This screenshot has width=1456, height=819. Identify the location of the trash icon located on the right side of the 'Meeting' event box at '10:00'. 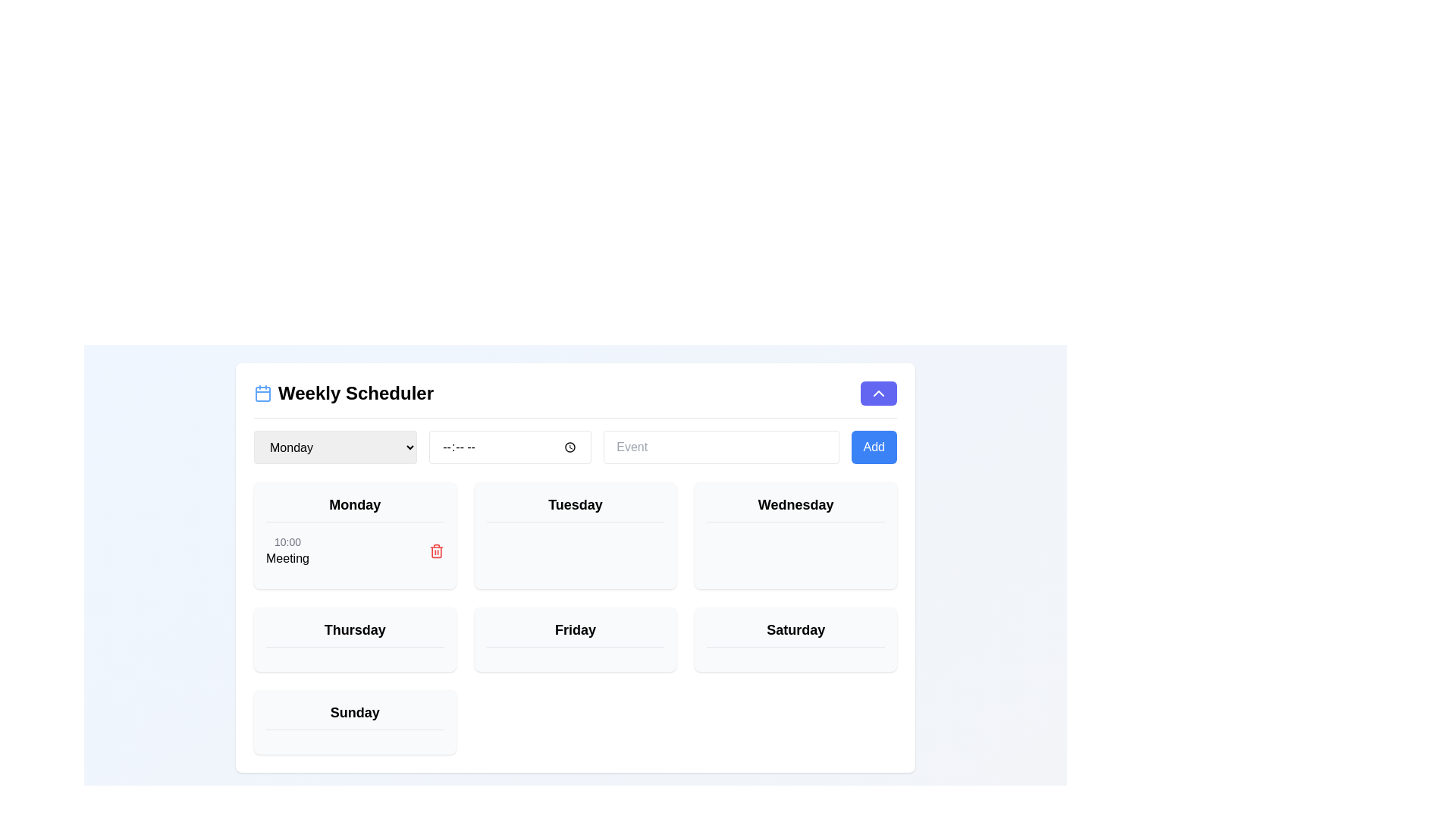
(435, 551).